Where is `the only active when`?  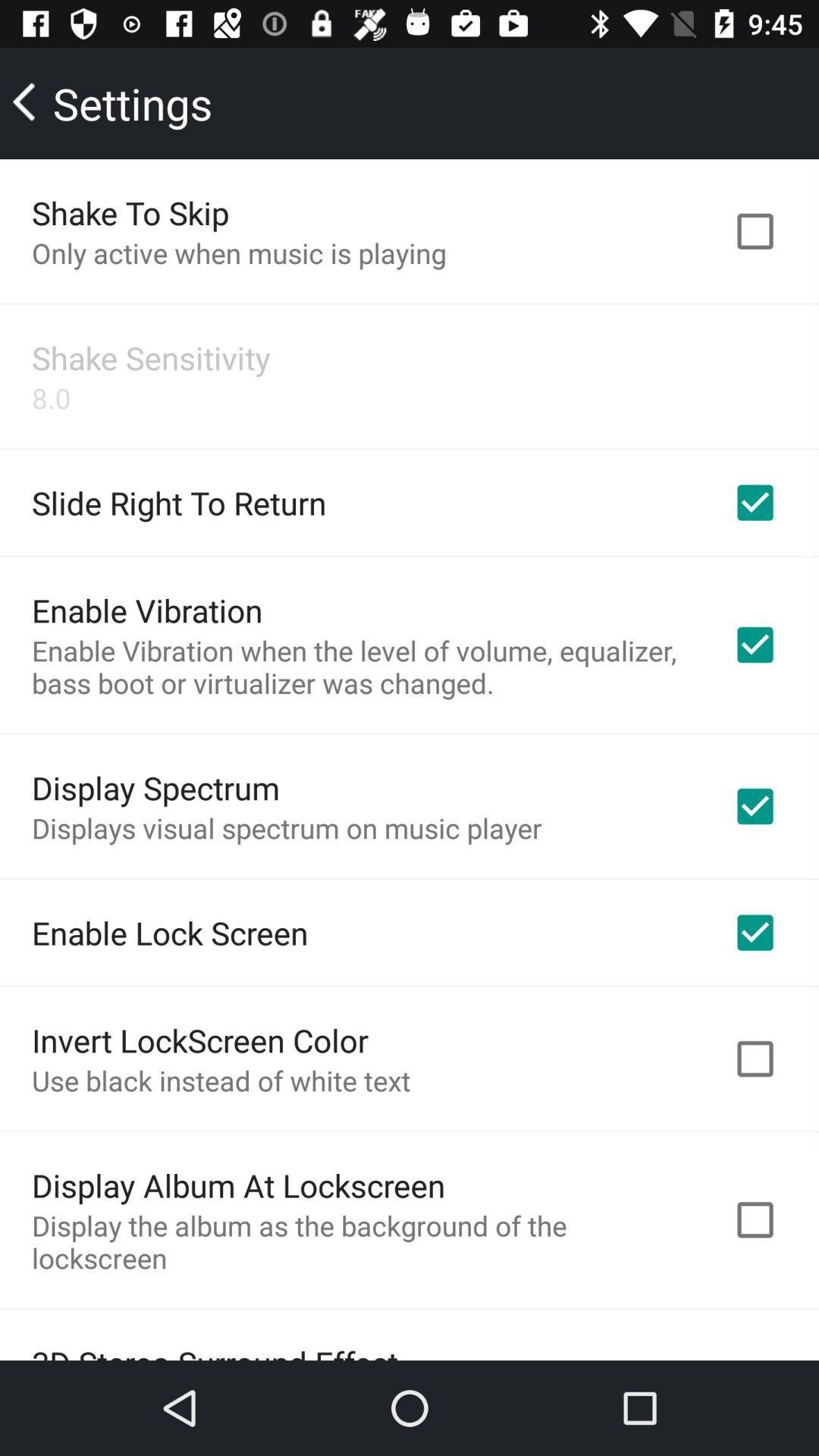
the only active when is located at coordinates (239, 253).